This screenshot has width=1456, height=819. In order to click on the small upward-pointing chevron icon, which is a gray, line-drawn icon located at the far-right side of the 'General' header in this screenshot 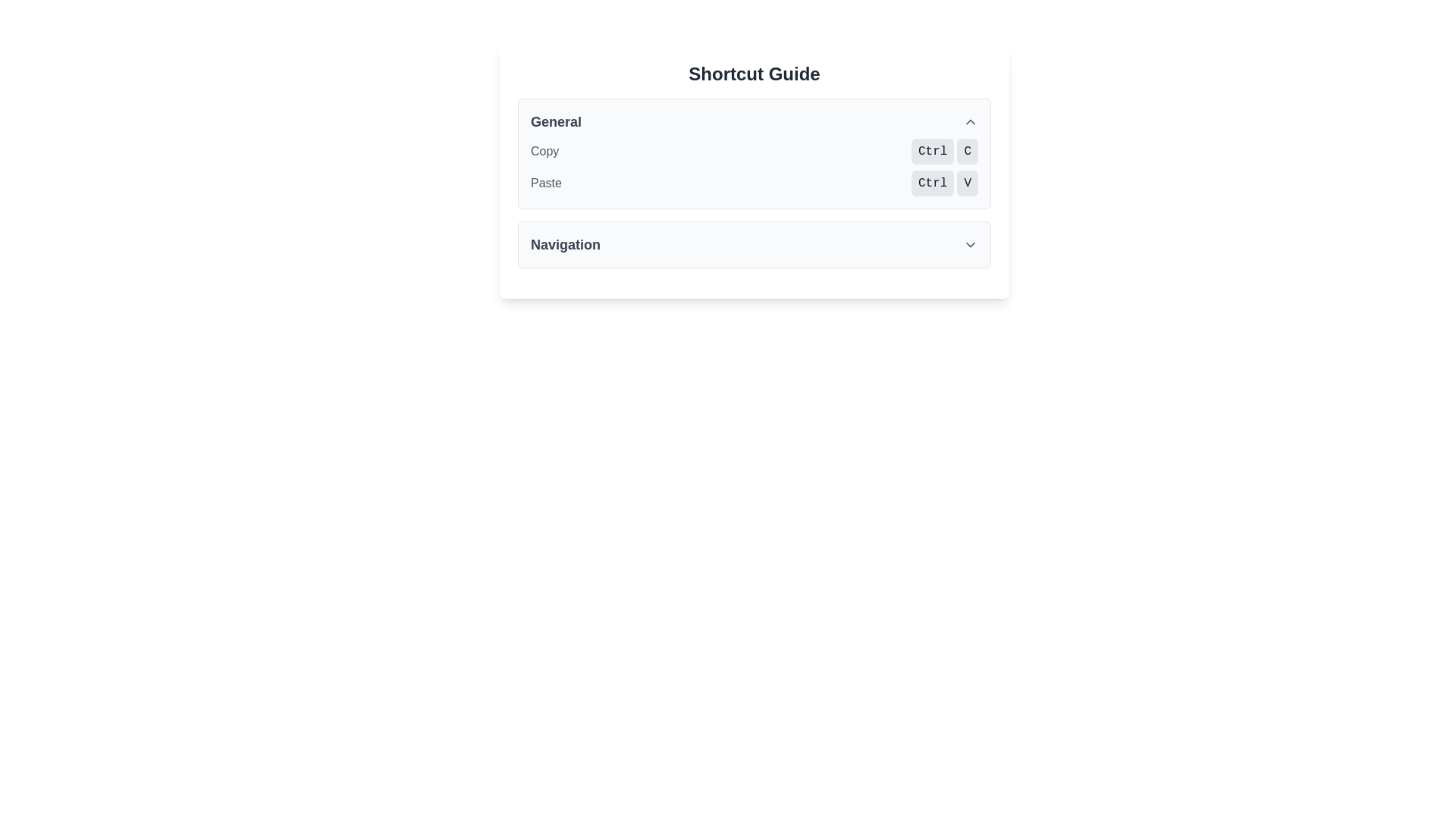, I will do `click(971, 121)`.